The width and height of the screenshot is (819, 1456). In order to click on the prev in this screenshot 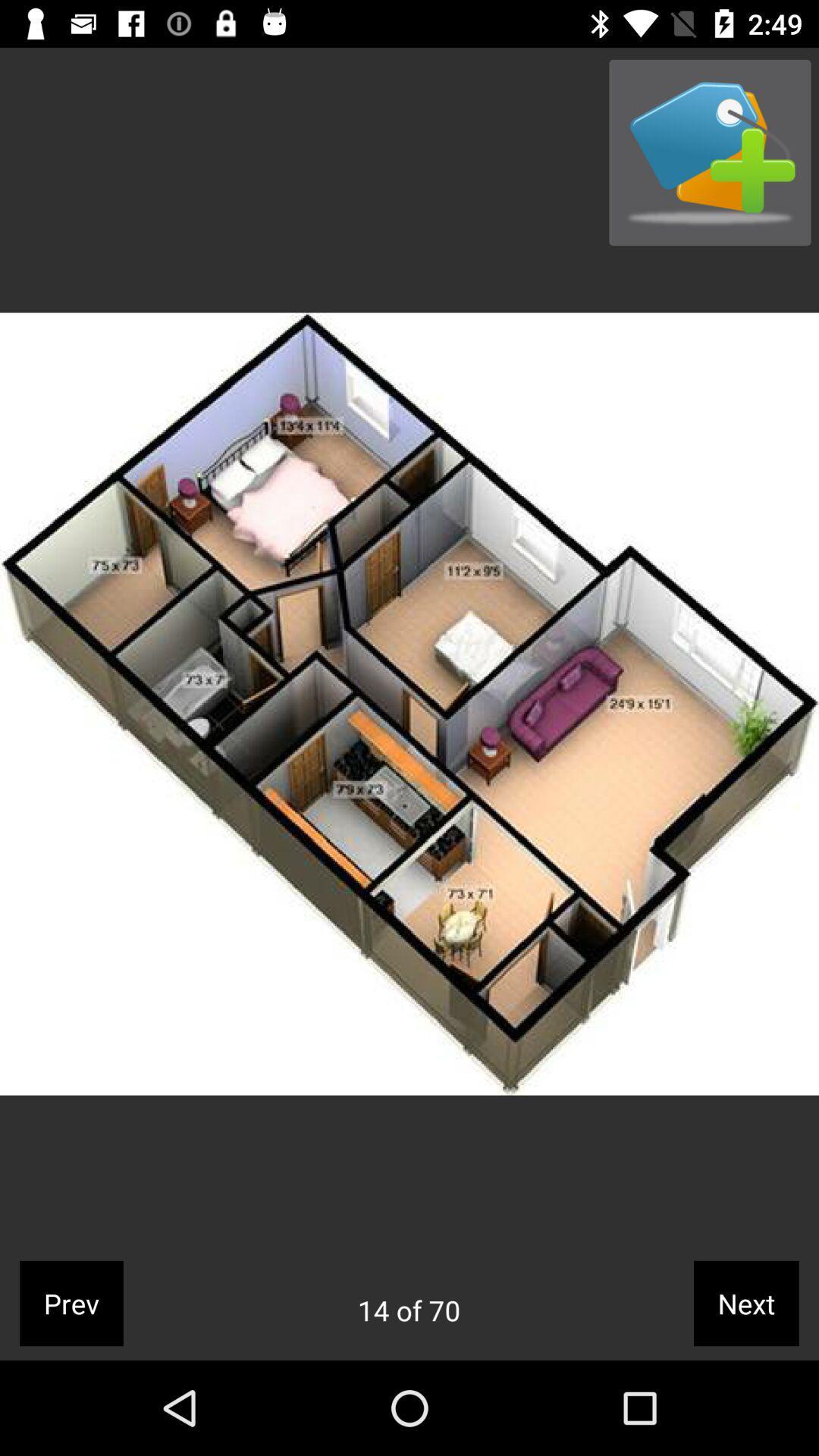, I will do `click(71, 1302)`.